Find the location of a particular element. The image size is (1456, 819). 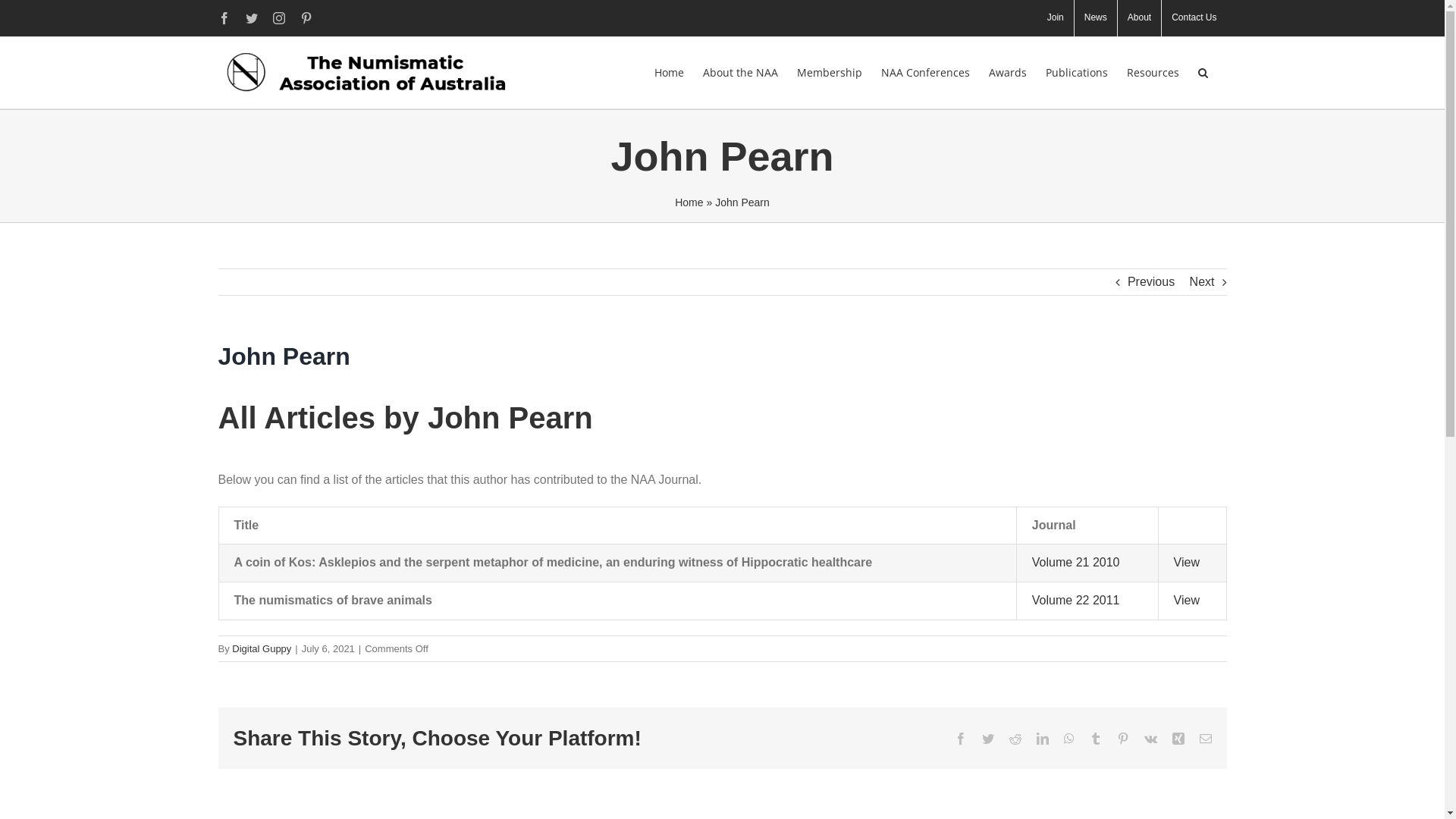

'Tumblr' is located at coordinates (1095, 738).